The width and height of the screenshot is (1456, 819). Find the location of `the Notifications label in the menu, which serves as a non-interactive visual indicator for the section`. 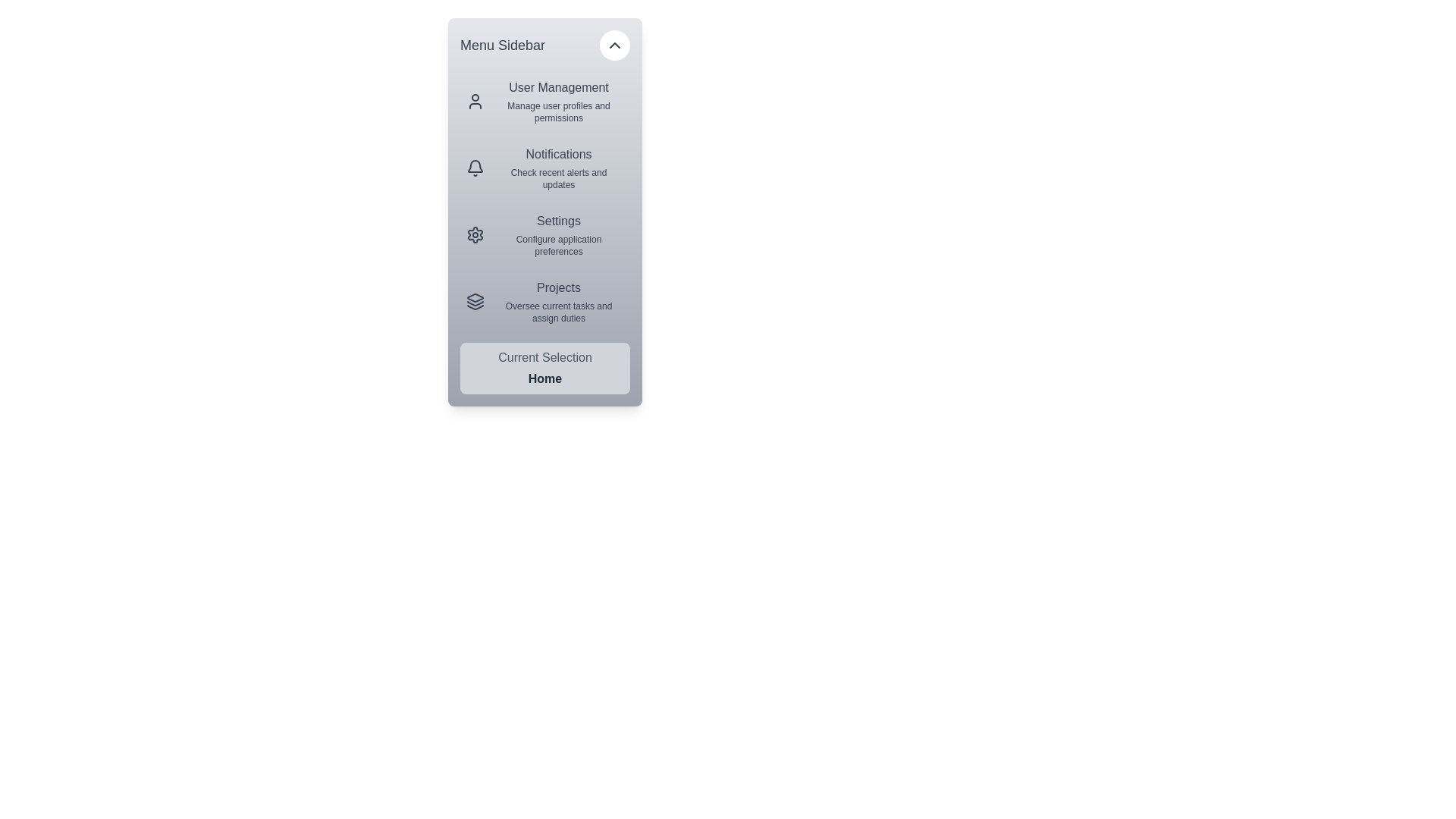

the Notifications label in the menu, which serves as a non-interactive visual indicator for the section is located at coordinates (558, 155).